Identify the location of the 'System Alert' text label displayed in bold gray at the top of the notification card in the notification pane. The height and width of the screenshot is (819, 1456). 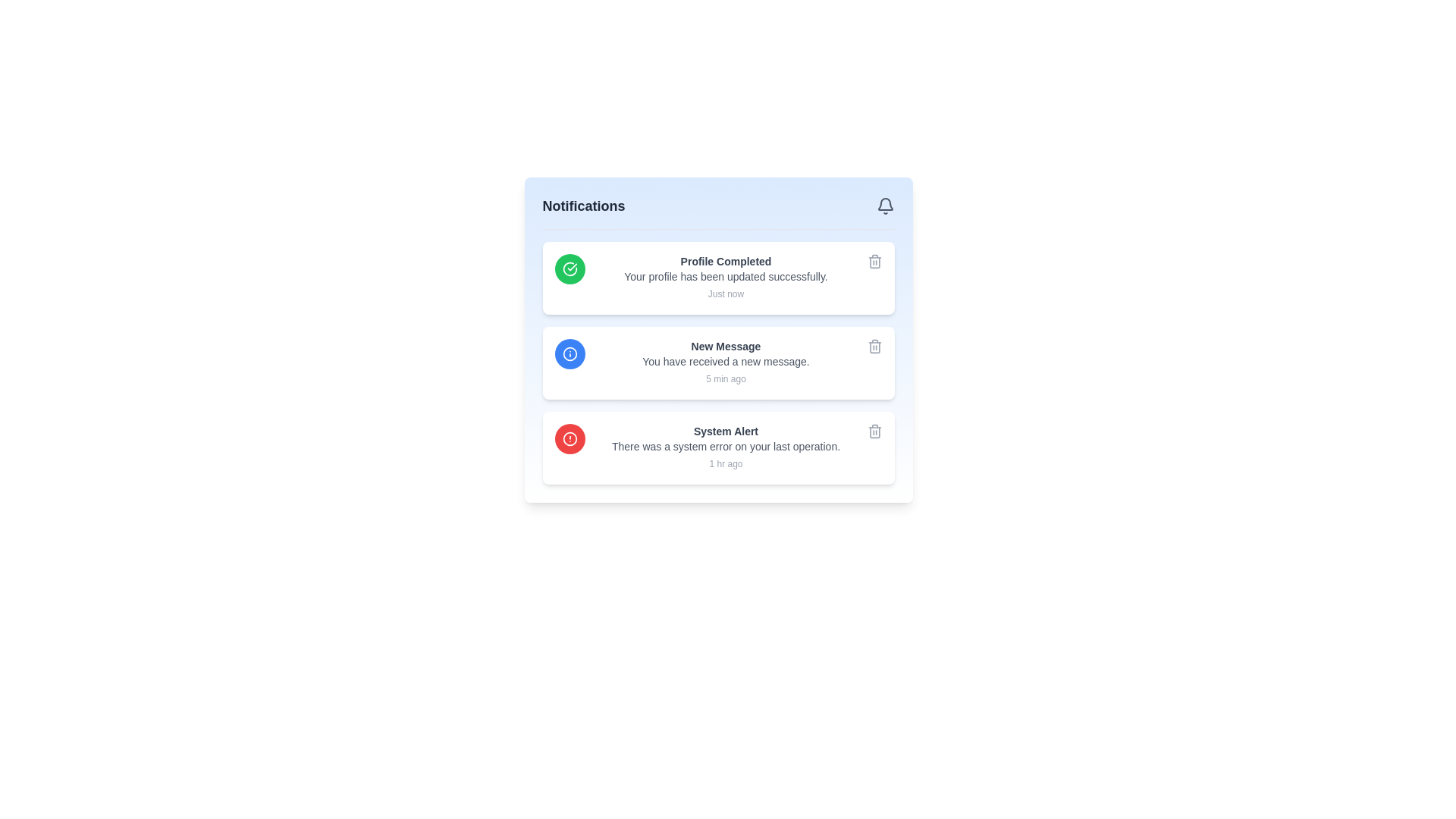
(725, 431).